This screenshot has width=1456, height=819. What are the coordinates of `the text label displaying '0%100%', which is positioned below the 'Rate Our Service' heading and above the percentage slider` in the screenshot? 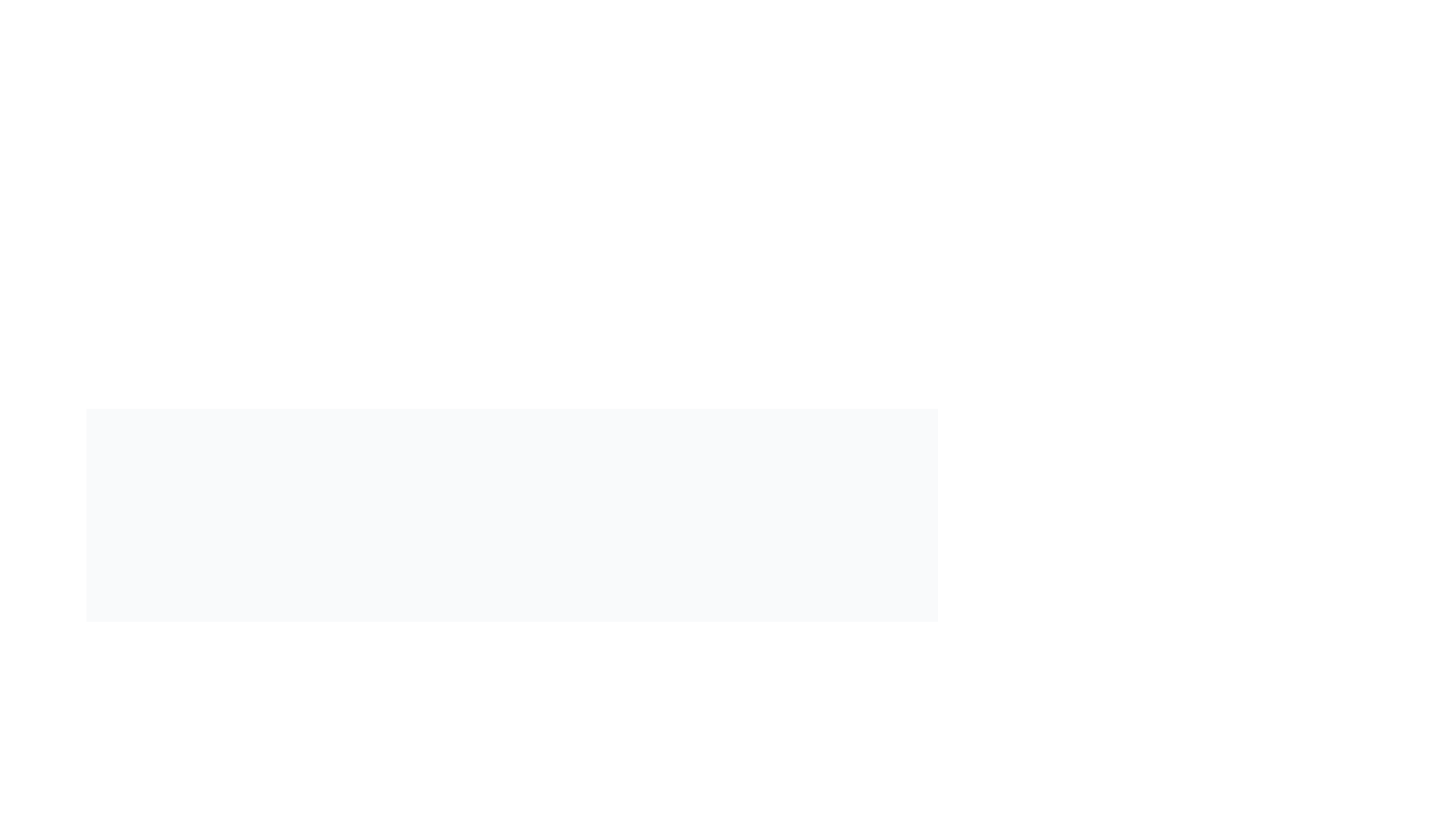 It's located at (512, 777).